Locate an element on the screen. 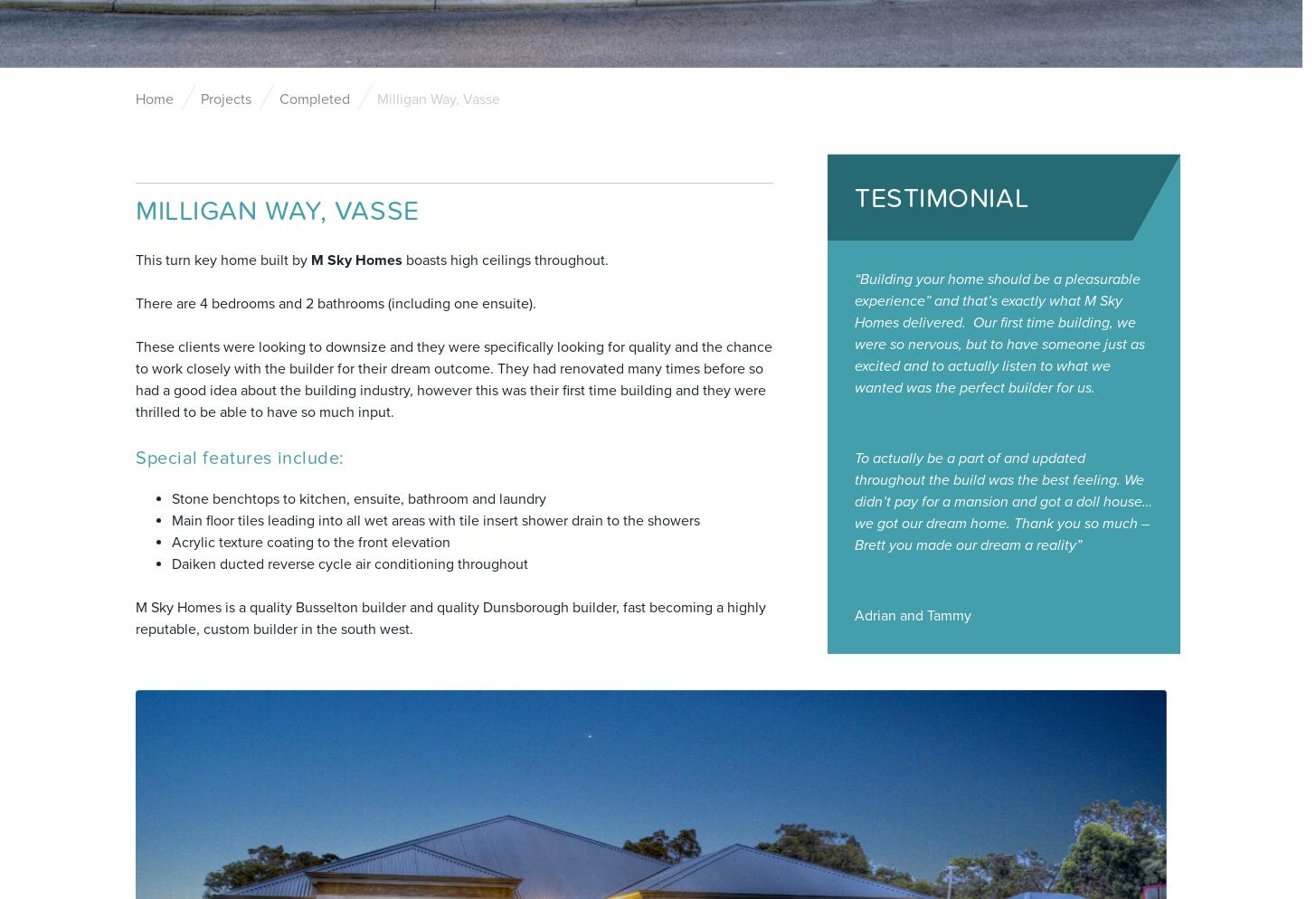 The height and width of the screenshot is (899, 1316). 'Testimonial' is located at coordinates (941, 197).